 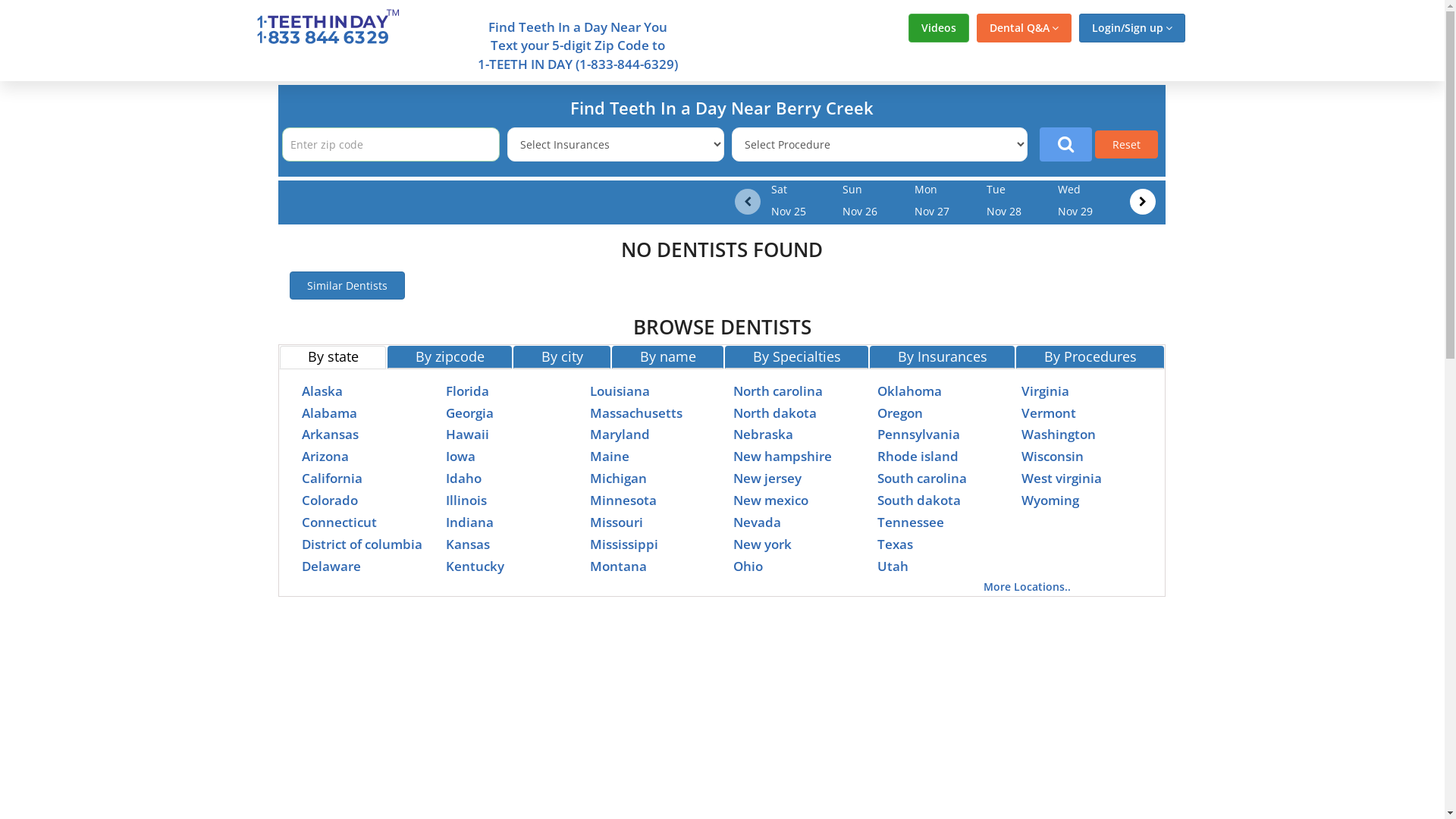 What do you see at coordinates (918, 500) in the screenshot?
I see `'South dakota'` at bounding box center [918, 500].